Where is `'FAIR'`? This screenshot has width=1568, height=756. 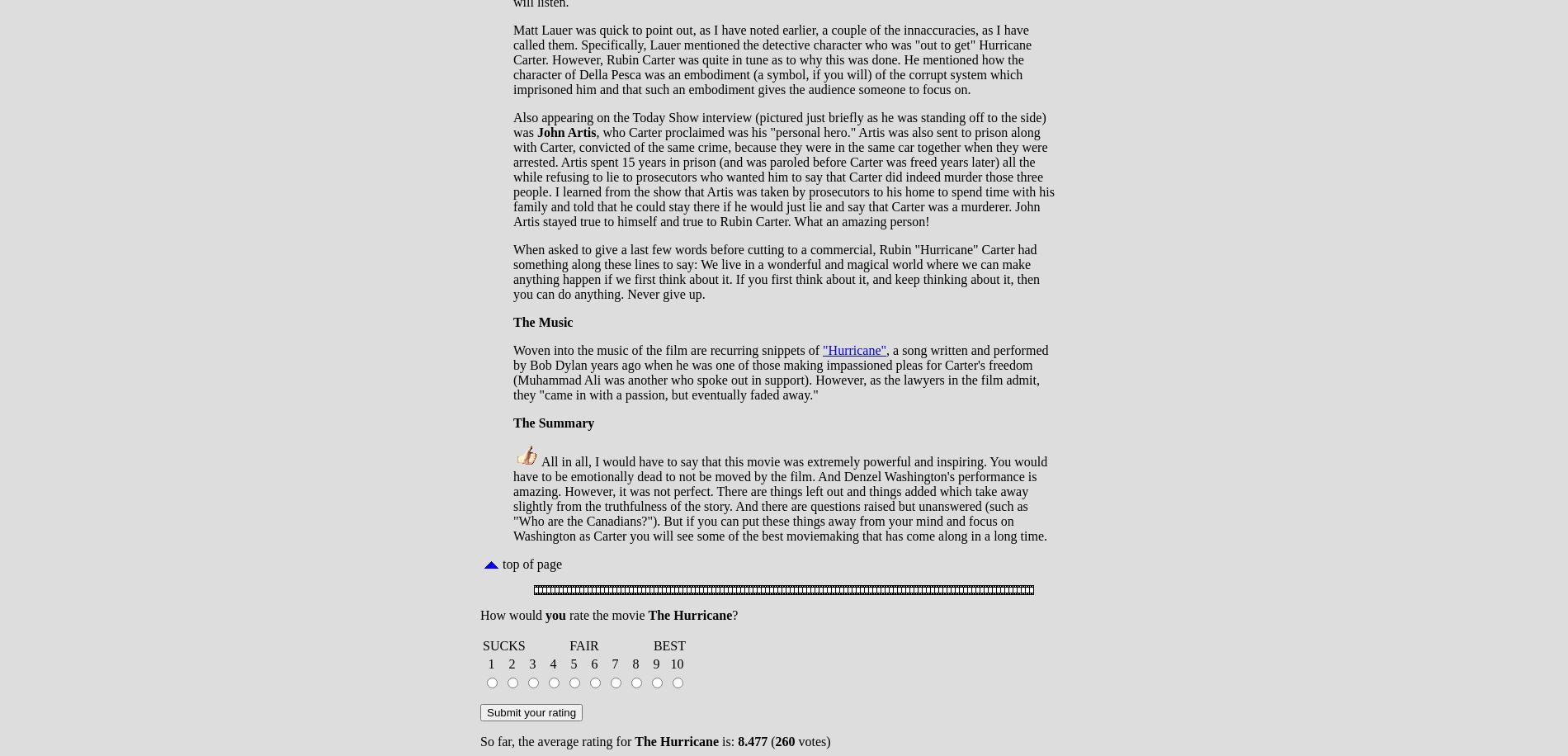 'FAIR' is located at coordinates (569, 645).